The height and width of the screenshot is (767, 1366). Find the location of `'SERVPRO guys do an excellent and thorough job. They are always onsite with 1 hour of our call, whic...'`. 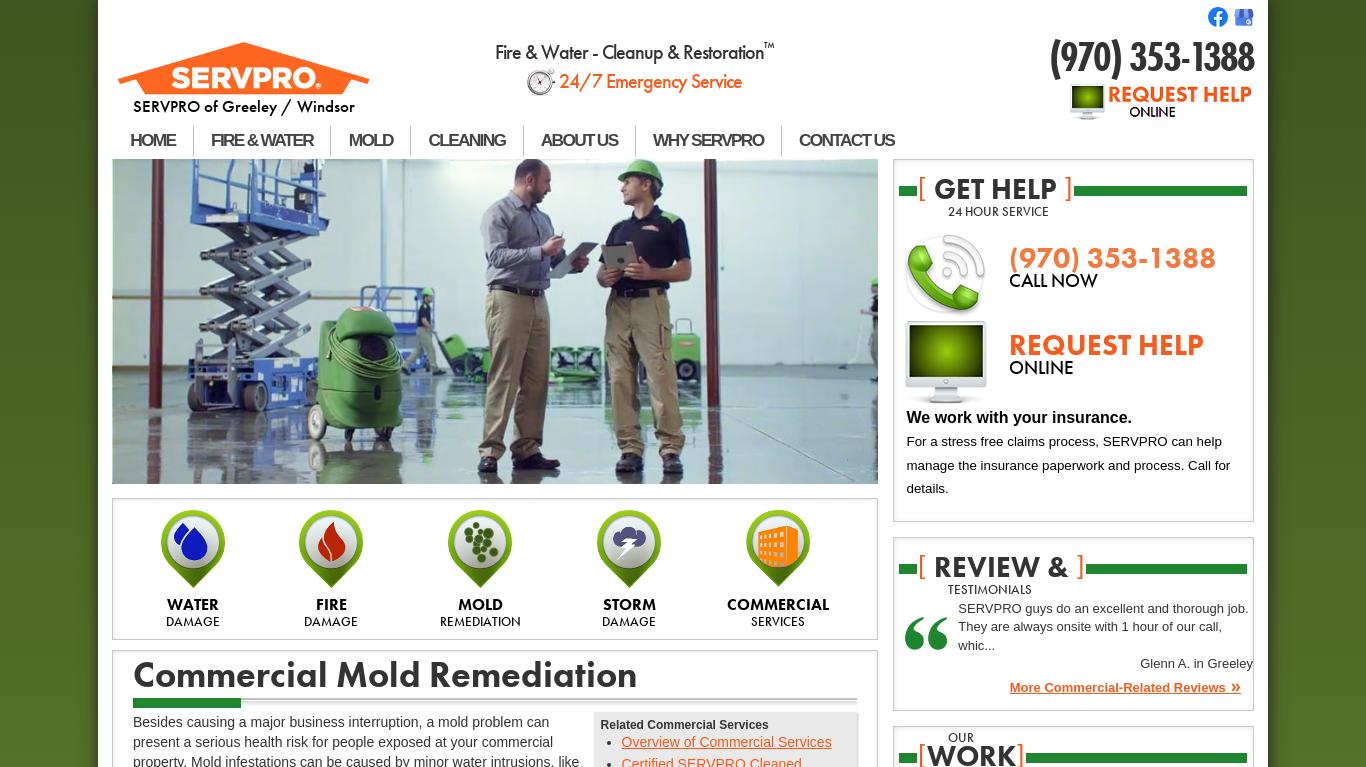

'SERVPRO guys do an excellent and thorough job. They are always onsite with 1 hour of our call, whic...' is located at coordinates (1102, 626).